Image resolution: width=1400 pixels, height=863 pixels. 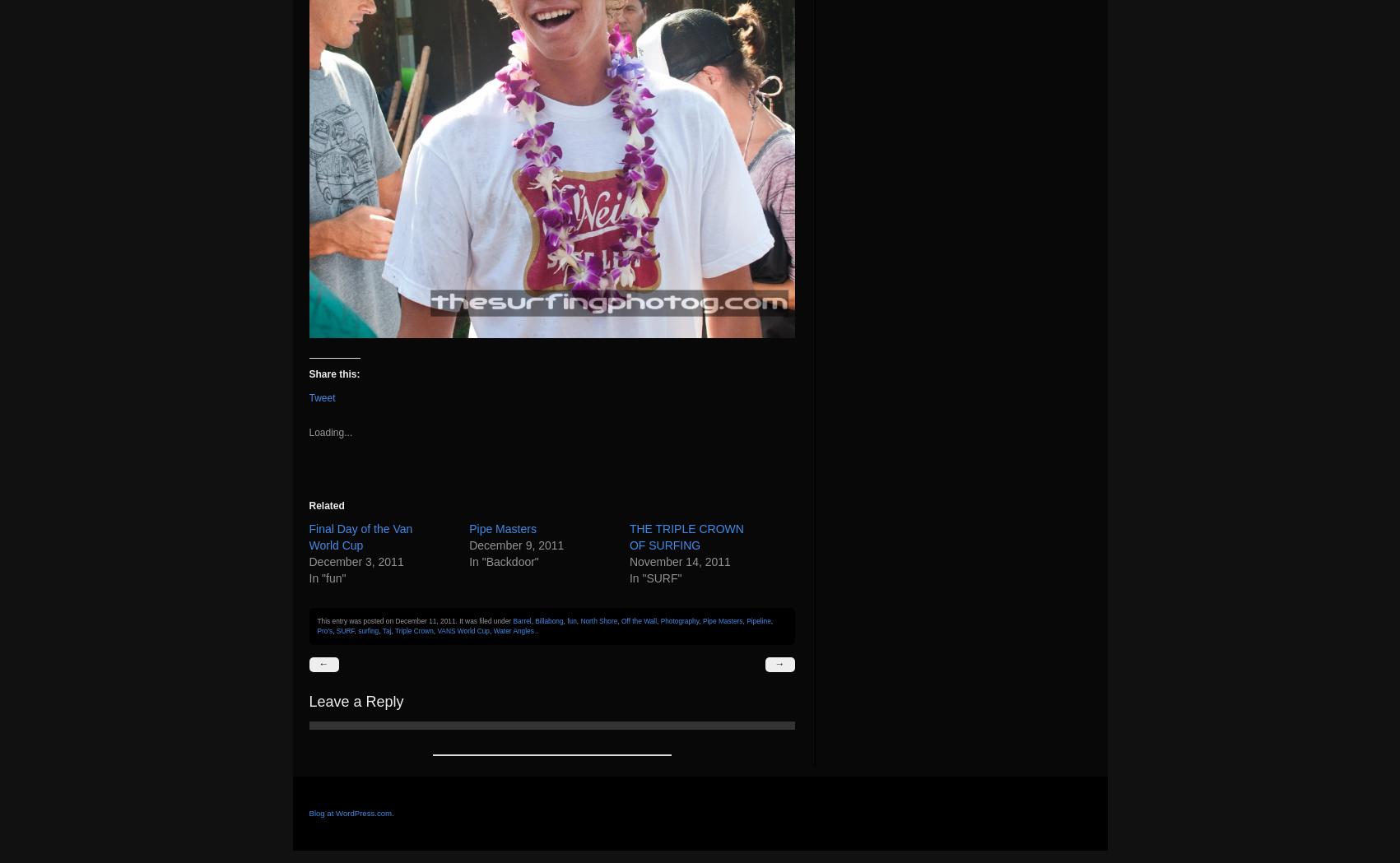 I want to click on 'Photography', so click(x=660, y=619).